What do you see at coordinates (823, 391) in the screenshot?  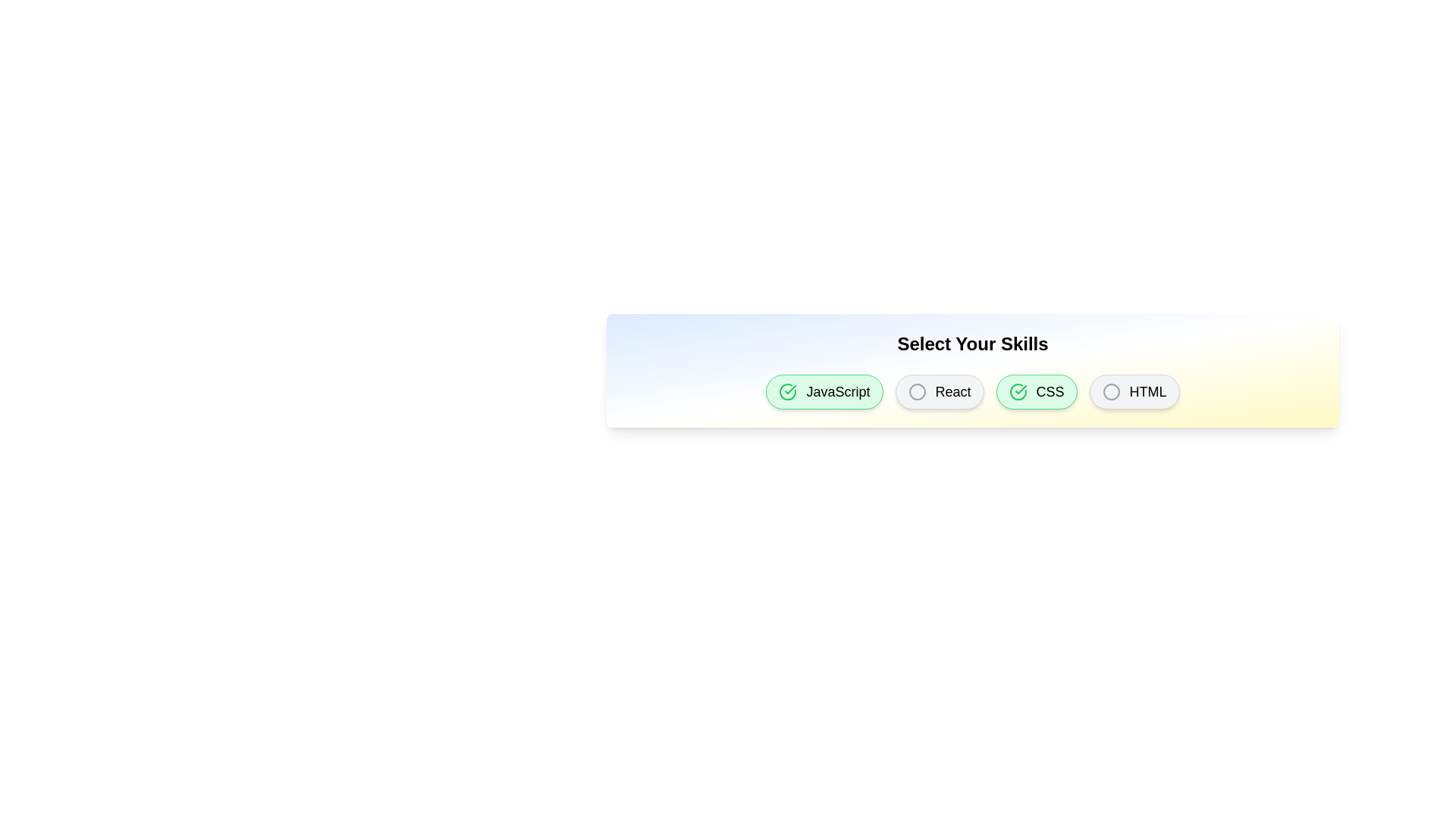 I see `the skill JavaScript` at bounding box center [823, 391].